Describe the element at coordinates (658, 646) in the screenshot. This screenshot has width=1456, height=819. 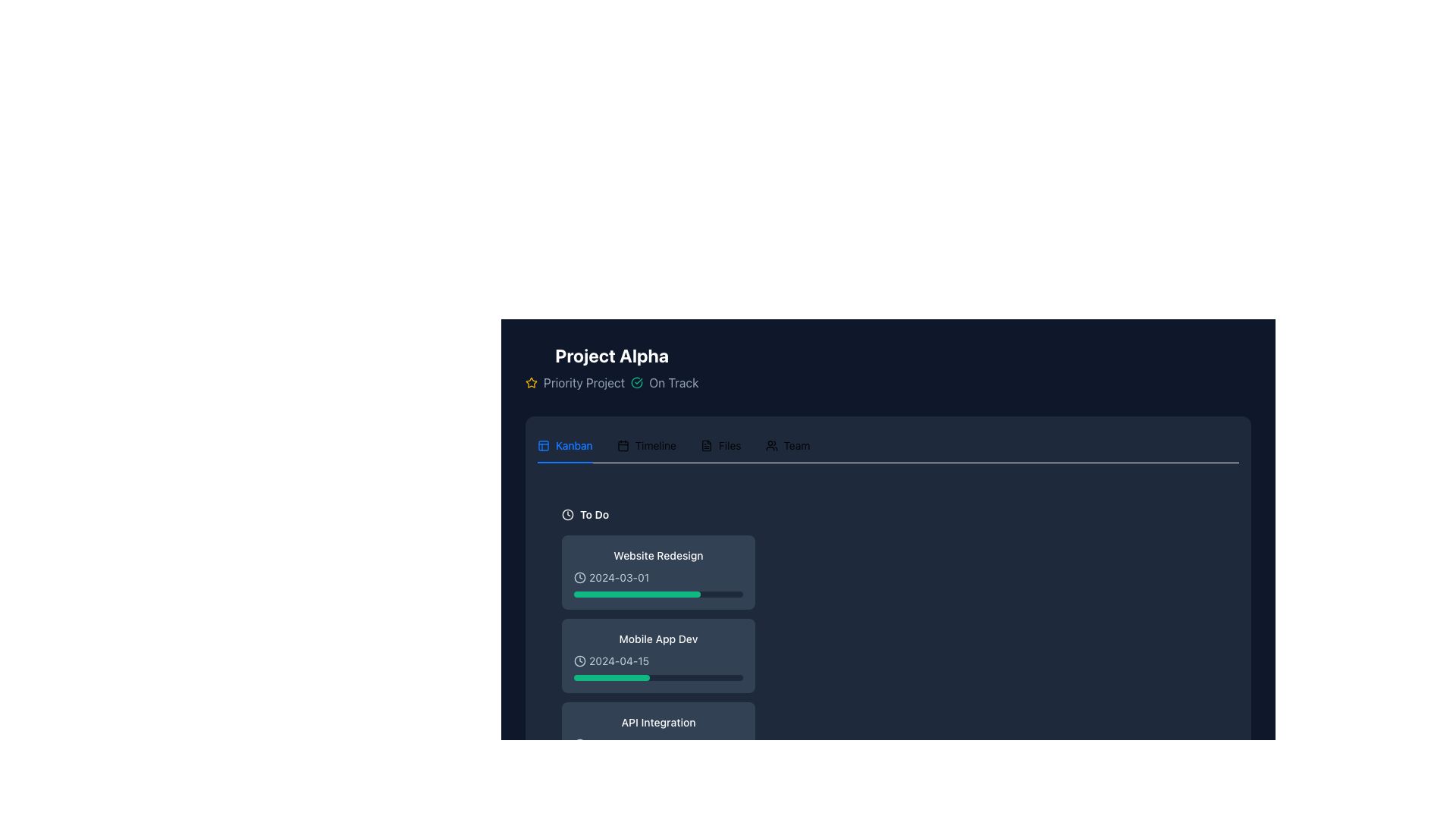
I see `the Task card component labeled 'Mobile App Dev' with a completion date of '2024-04-15' located in the 'To Do' section` at that location.